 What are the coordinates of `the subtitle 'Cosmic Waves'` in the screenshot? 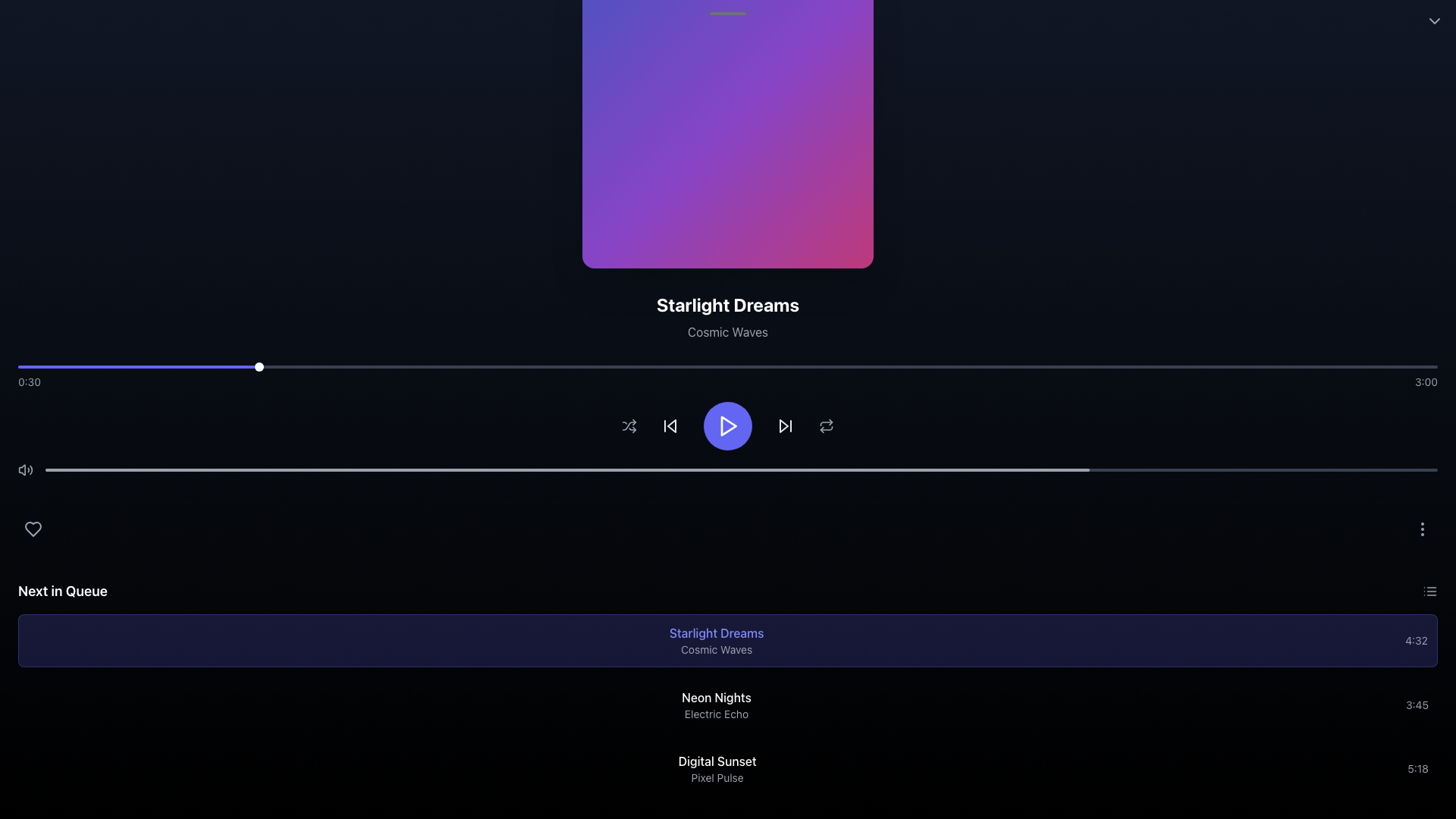 It's located at (716, 648).